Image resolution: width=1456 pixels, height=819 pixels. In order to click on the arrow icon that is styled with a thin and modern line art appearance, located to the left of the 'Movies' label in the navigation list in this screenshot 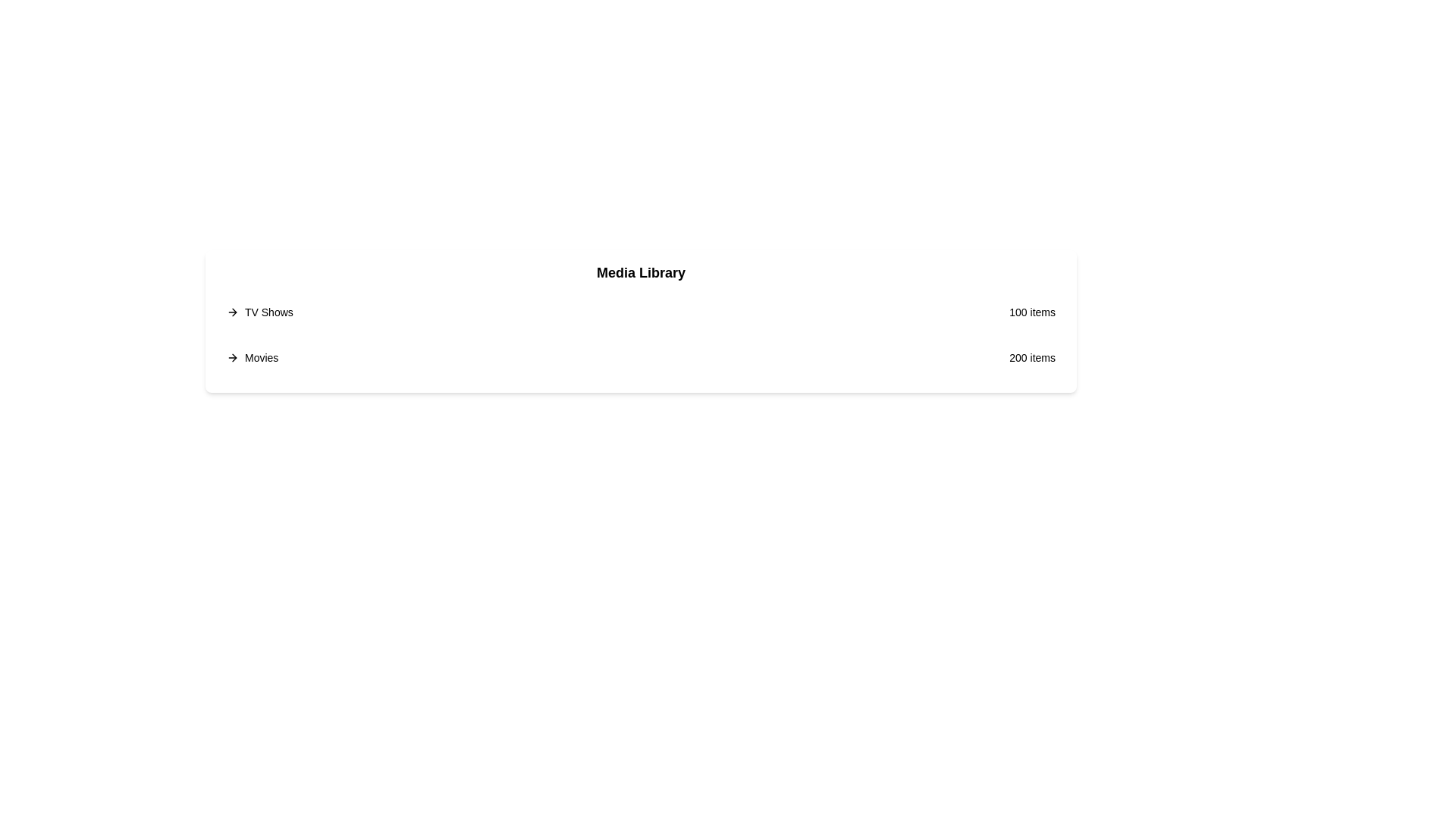, I will do `click(234, 312)`.